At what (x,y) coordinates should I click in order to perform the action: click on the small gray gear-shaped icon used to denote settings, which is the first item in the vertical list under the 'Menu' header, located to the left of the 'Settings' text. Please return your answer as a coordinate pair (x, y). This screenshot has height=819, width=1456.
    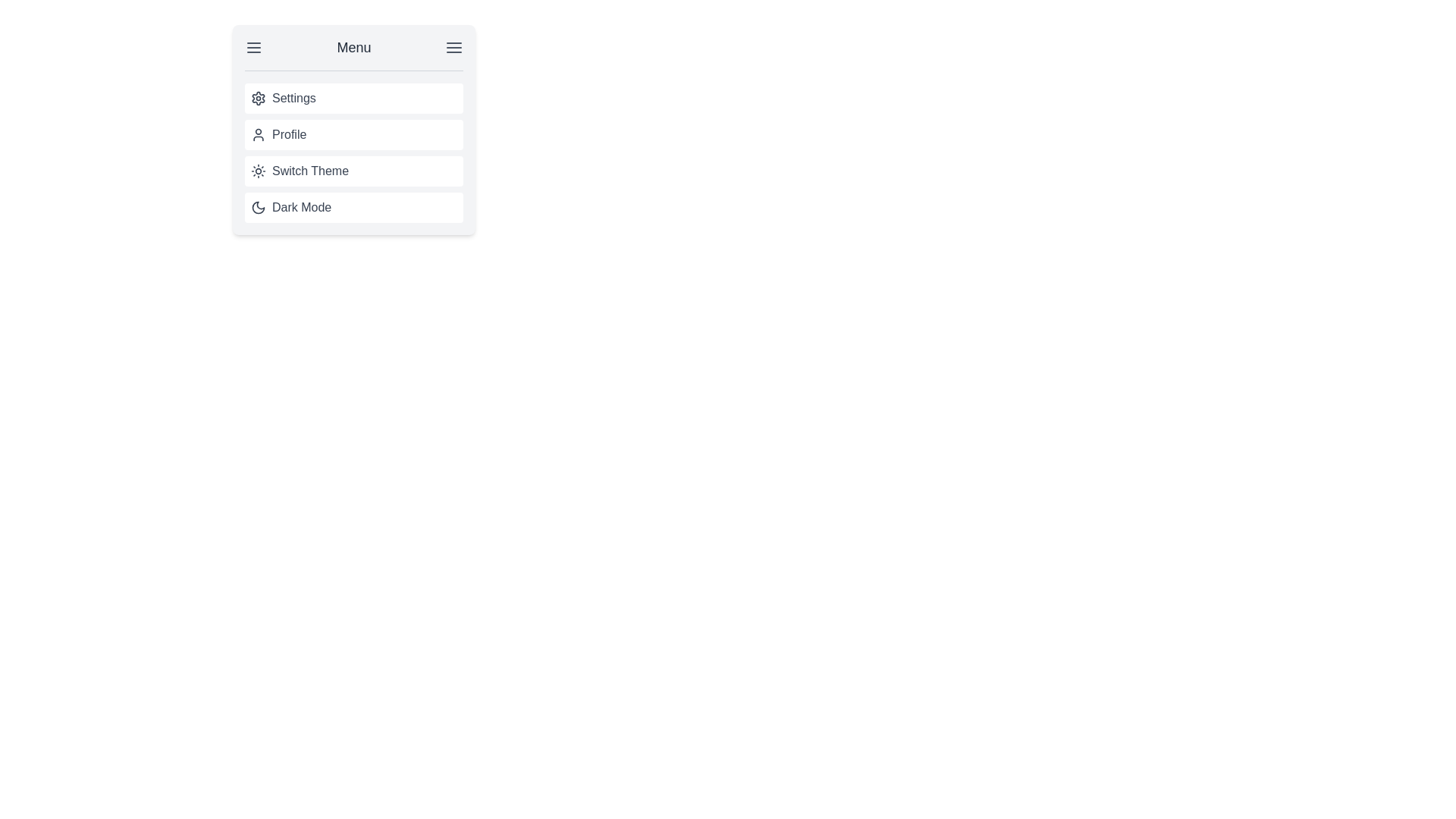
    Looking at the image, I should click on (258, 99).